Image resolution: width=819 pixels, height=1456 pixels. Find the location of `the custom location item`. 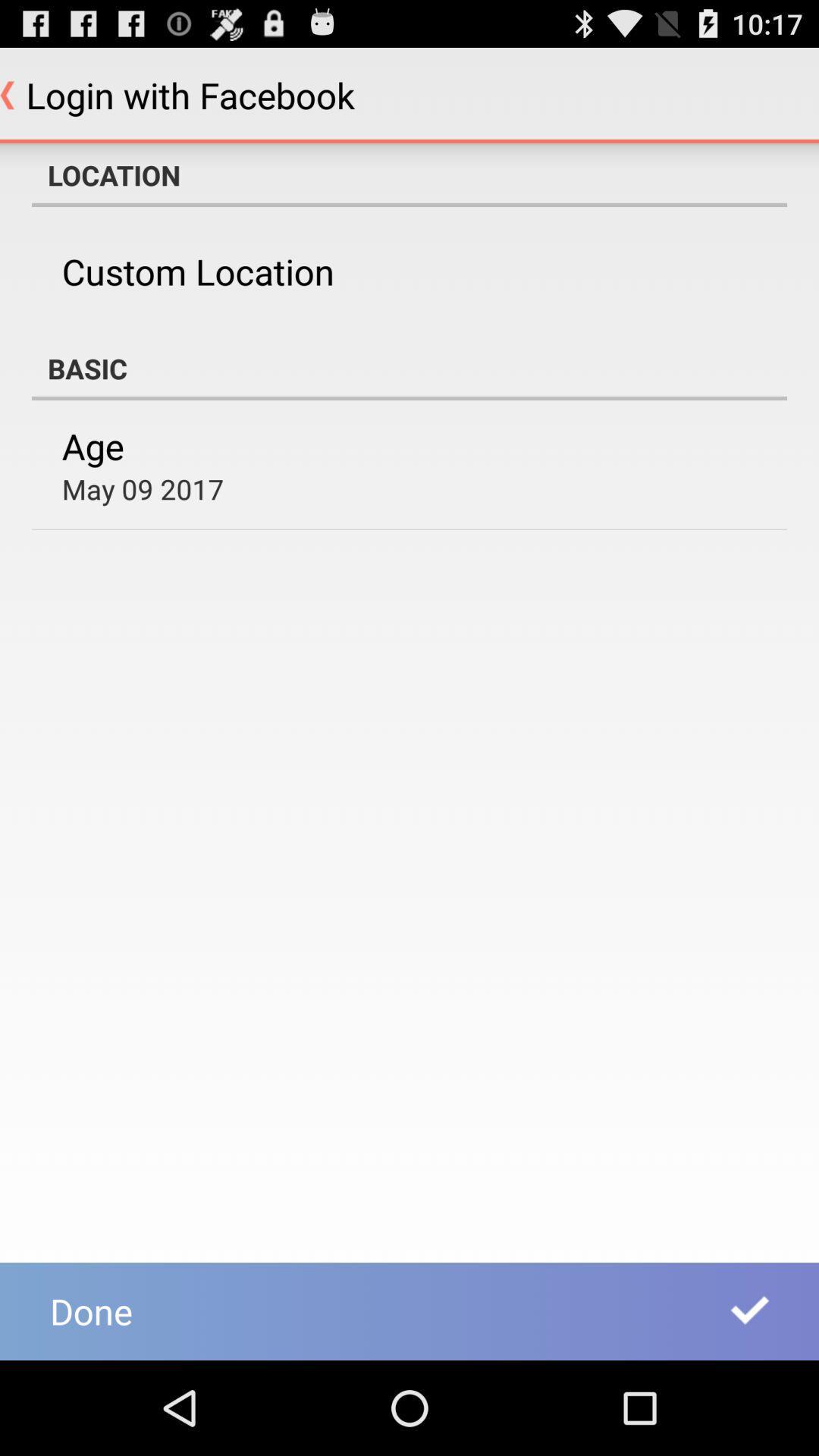

the custom location item is located at coordinates (197, 271).